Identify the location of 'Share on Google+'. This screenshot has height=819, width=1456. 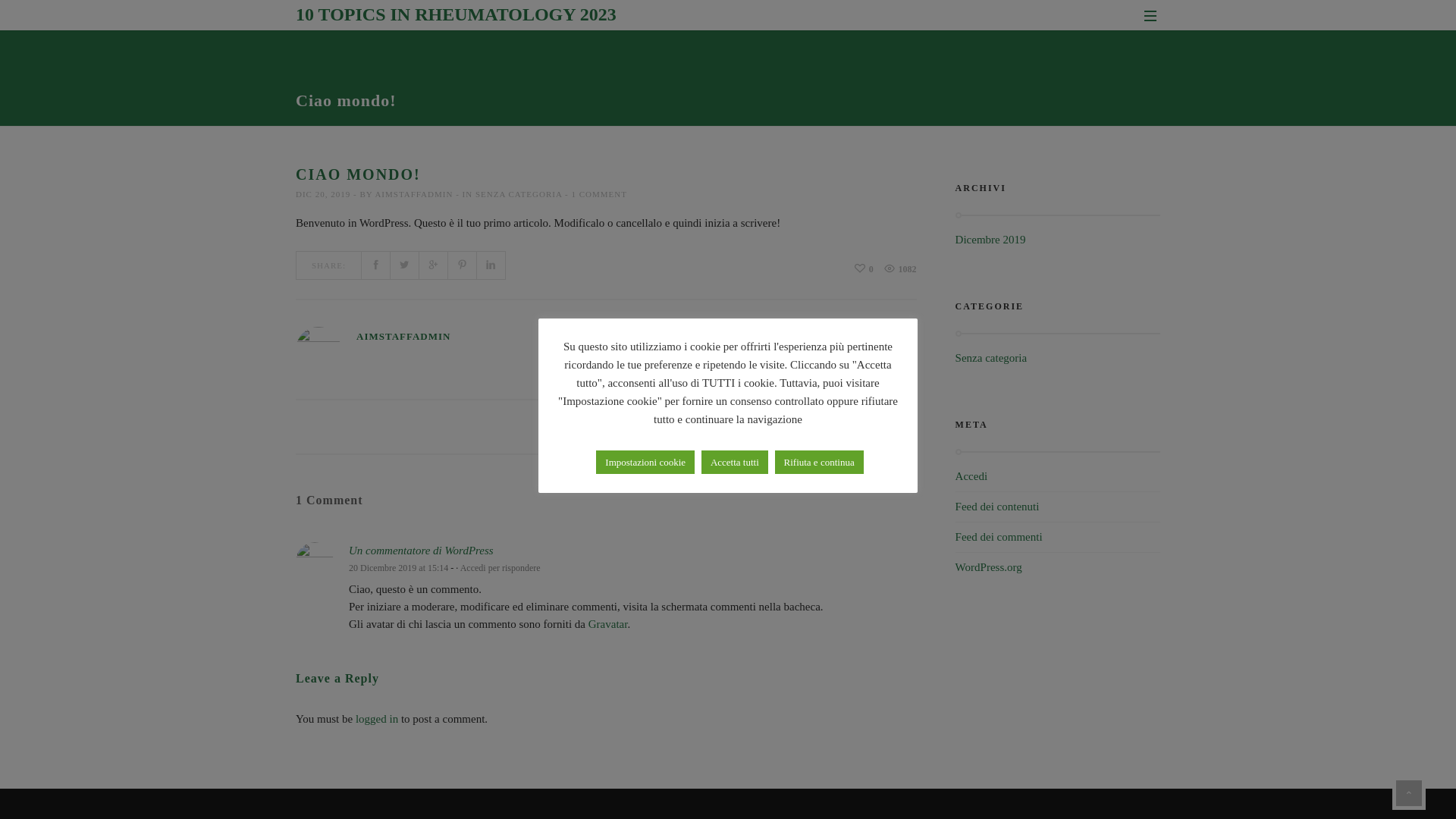
(432, 265).